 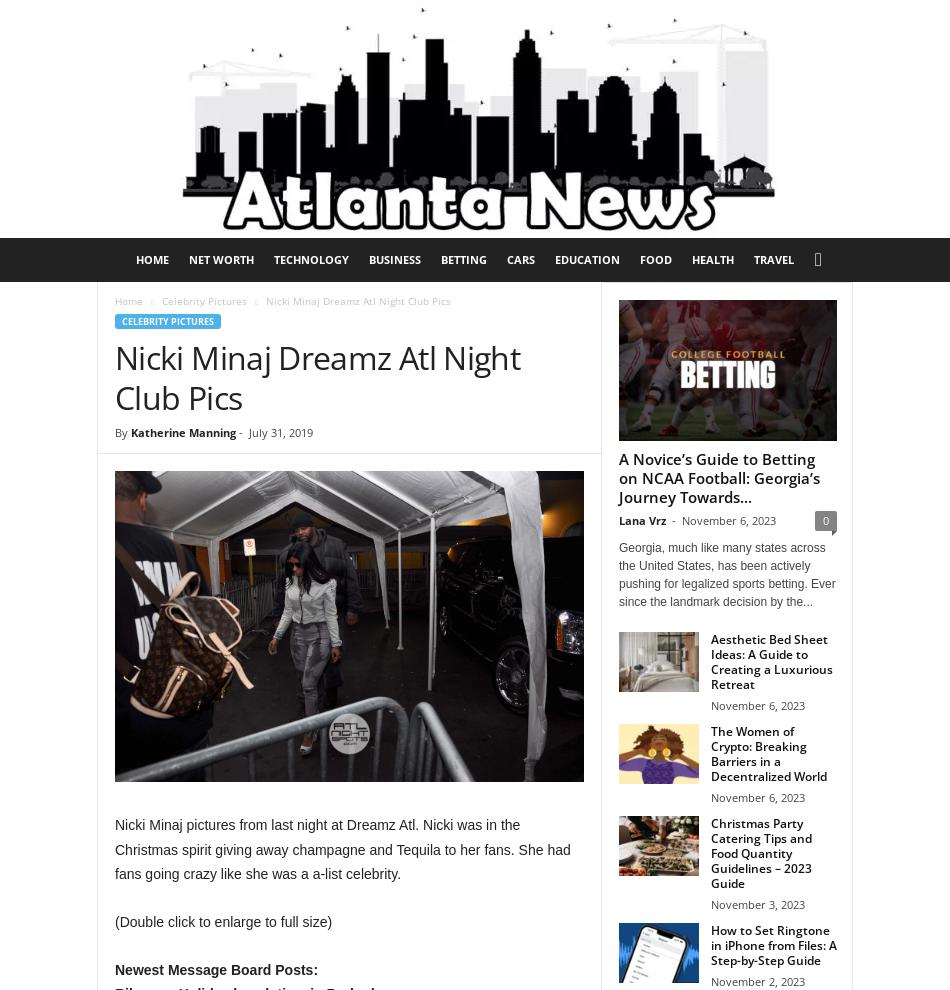 I want to click on 'How to Set Ringtone in iPhone from Files: A Step-by-Step Guide', so click(x=772, y=945).